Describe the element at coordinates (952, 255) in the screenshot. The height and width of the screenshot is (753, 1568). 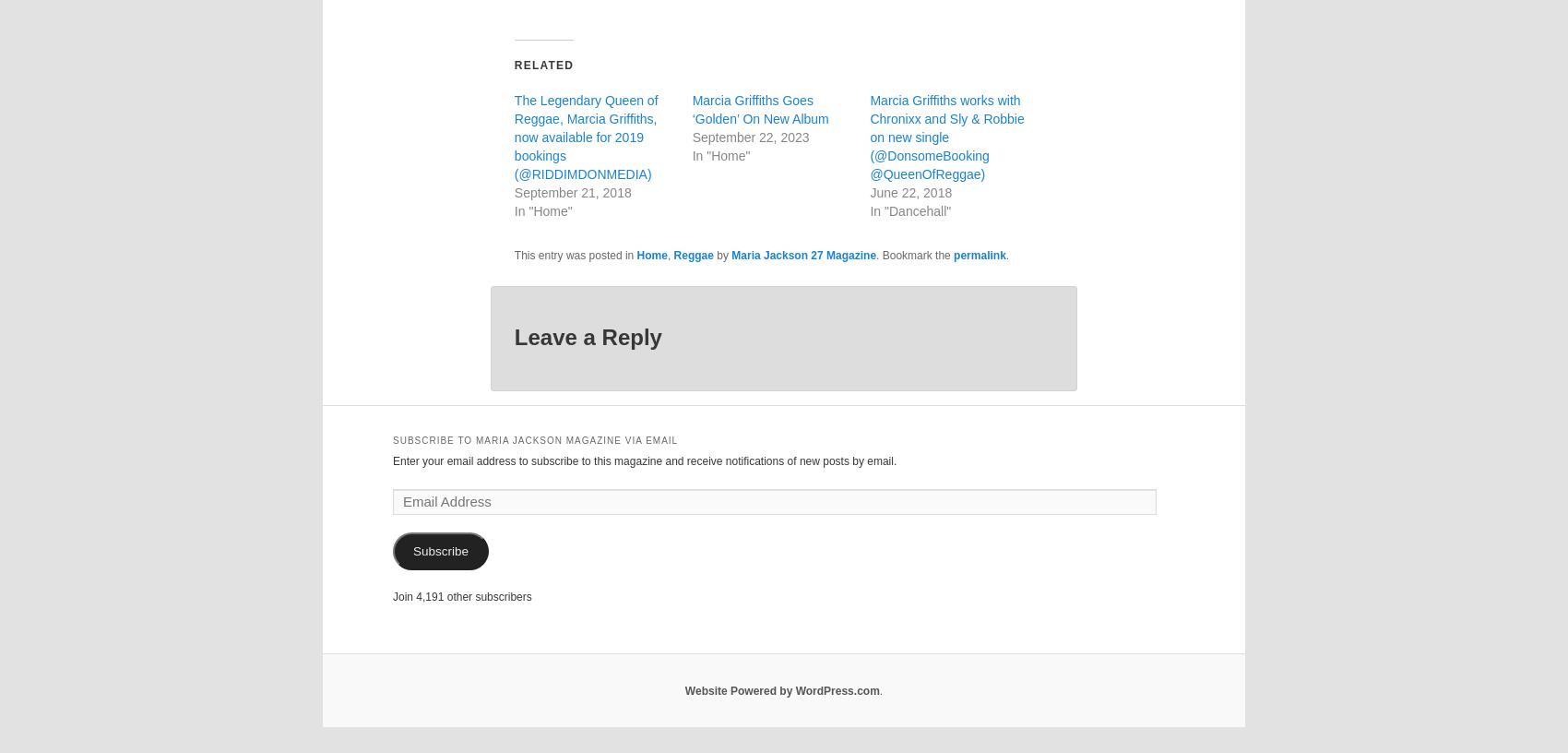
I see `'permalink'` at that location.